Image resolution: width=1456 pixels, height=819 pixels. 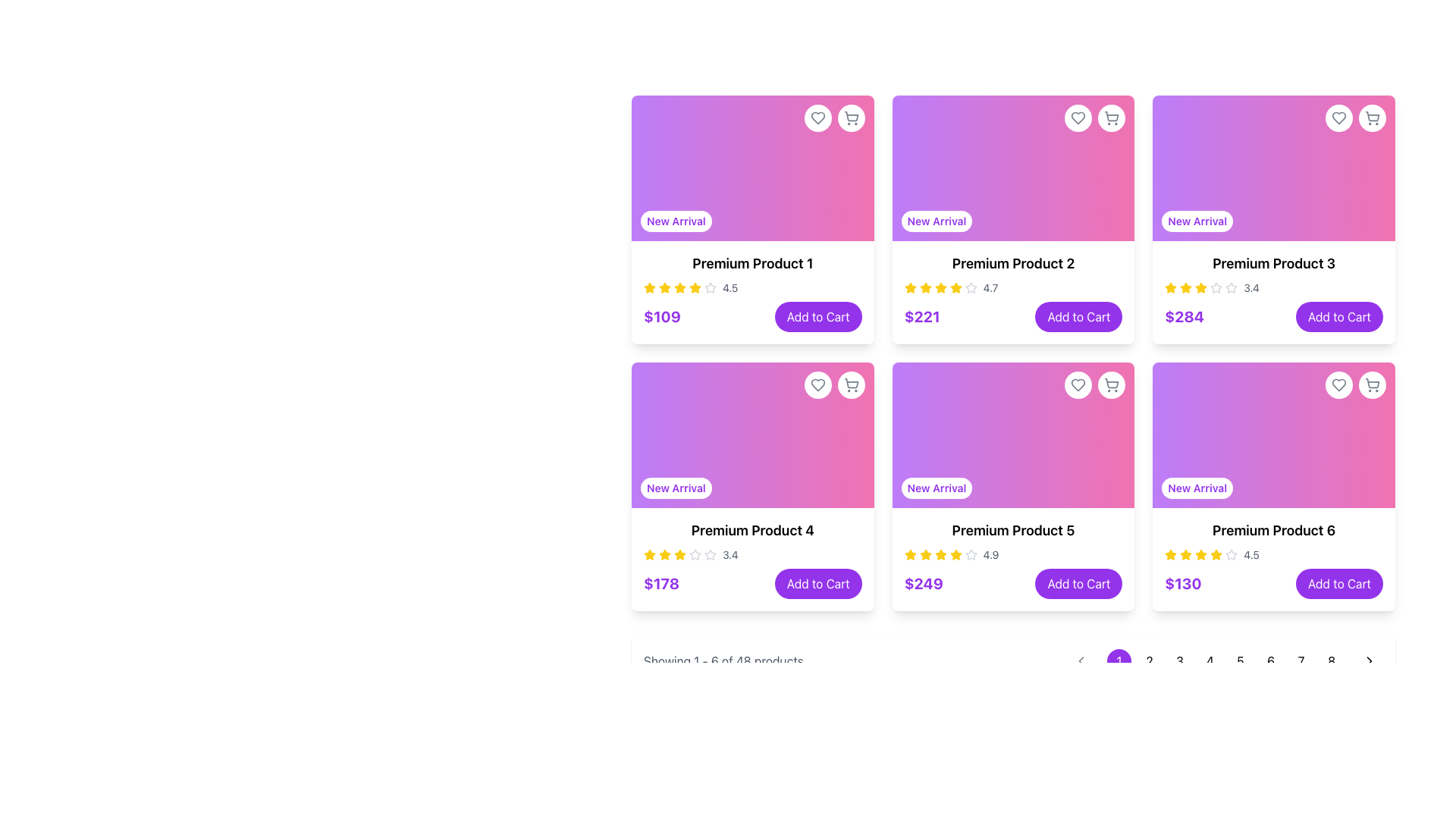 What do you see at coordinates (1331, 660) in the screenshot?
I see `the pagination button for the eighth page located at the bottom-right corner of the interface` at bounding box center [1331, 660].